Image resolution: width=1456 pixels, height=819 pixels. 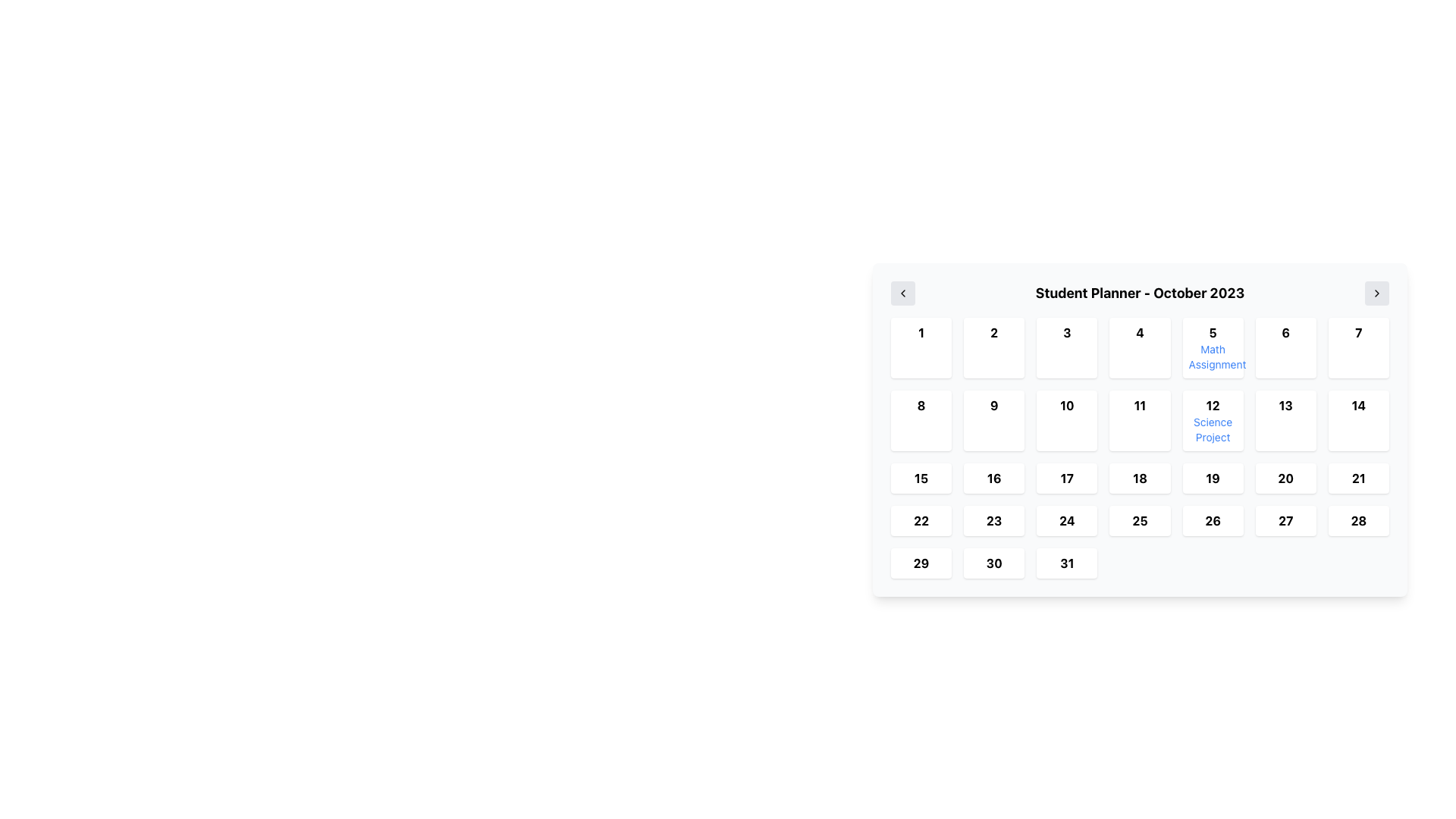 I want to click on the central title bar of the calendar display that shows the bold text 'Student Planner - October 2023', so click(x=1140, y=293).